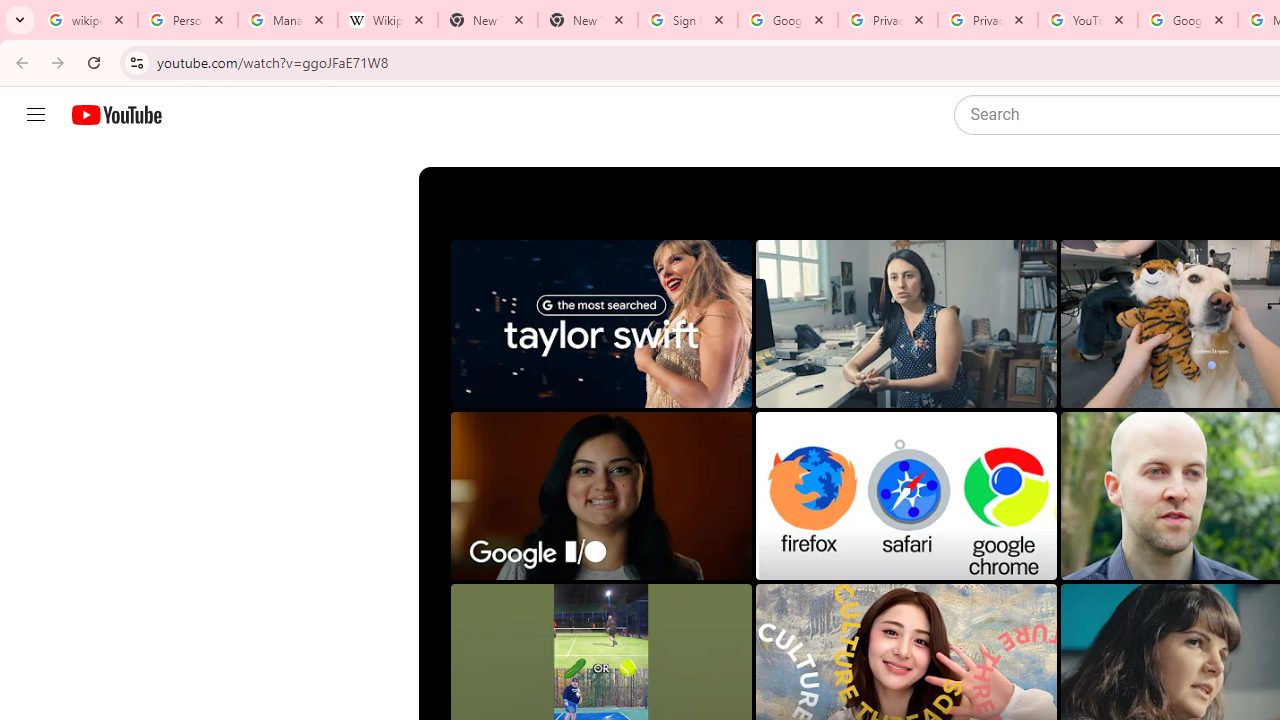  Describe the element at coordinates (1187, 20) in the screenshot. I see `'Google Account Help'` at that location.